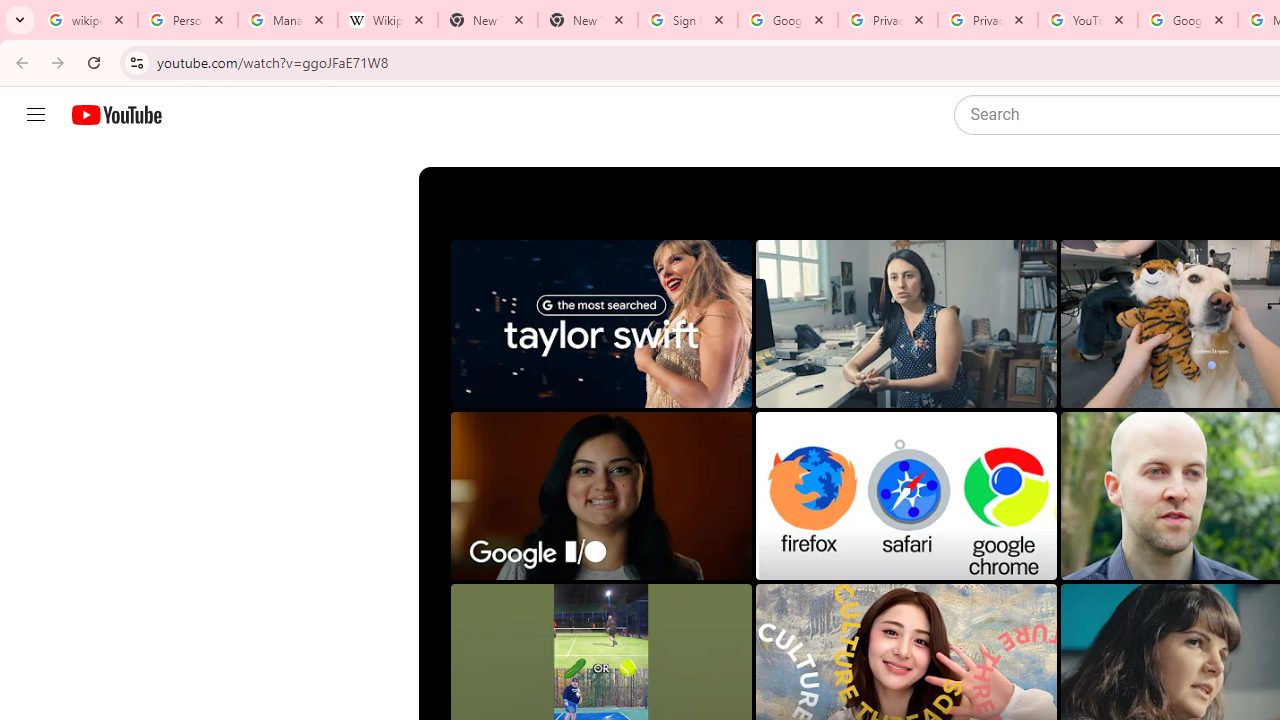  Describe the element at coordinates (1187, 20) in the screenshot. I see `'Google Account Help'` at that location.